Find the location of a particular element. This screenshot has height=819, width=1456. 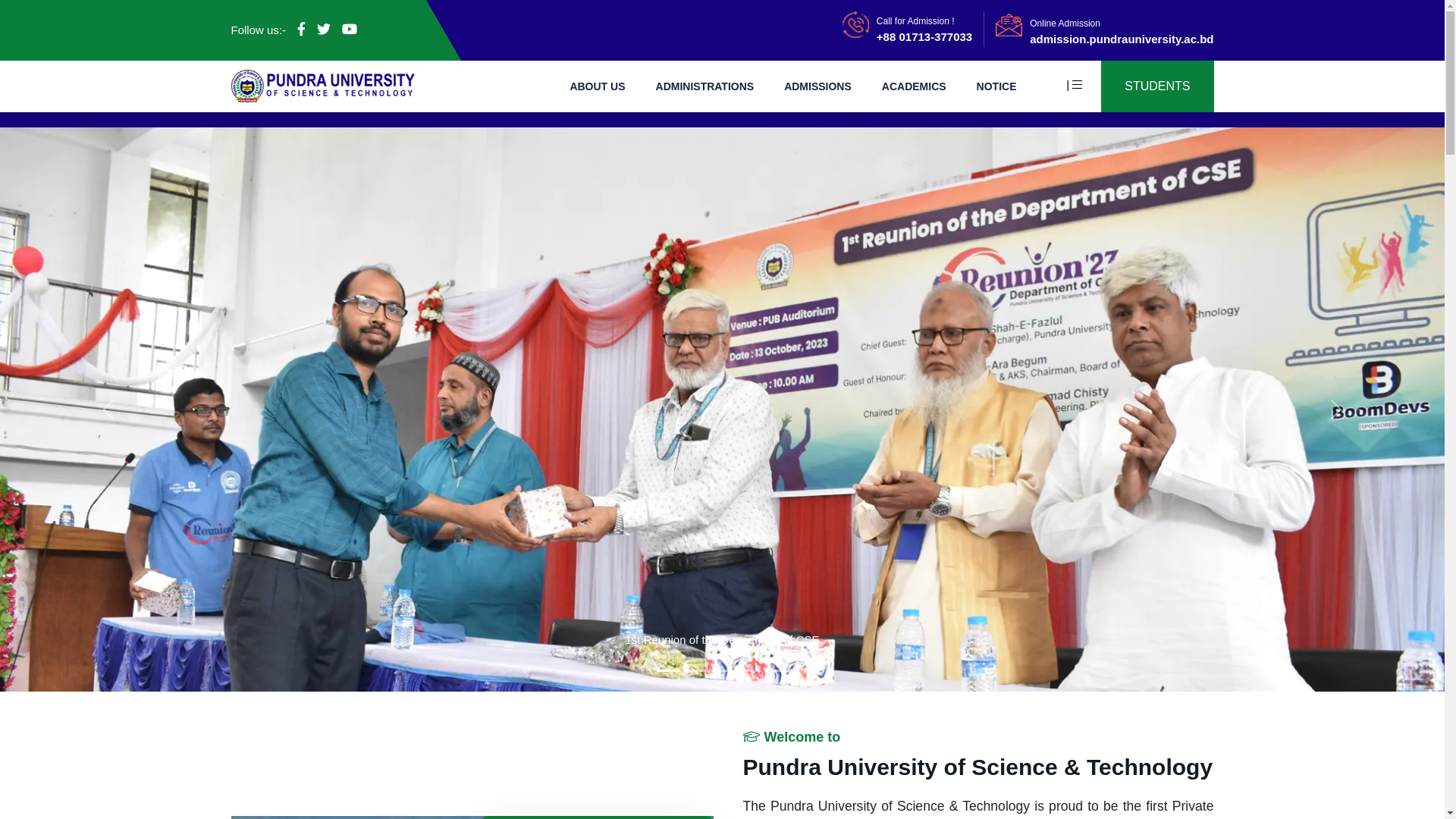

'Facebook' is located at coordinates (301, 29).